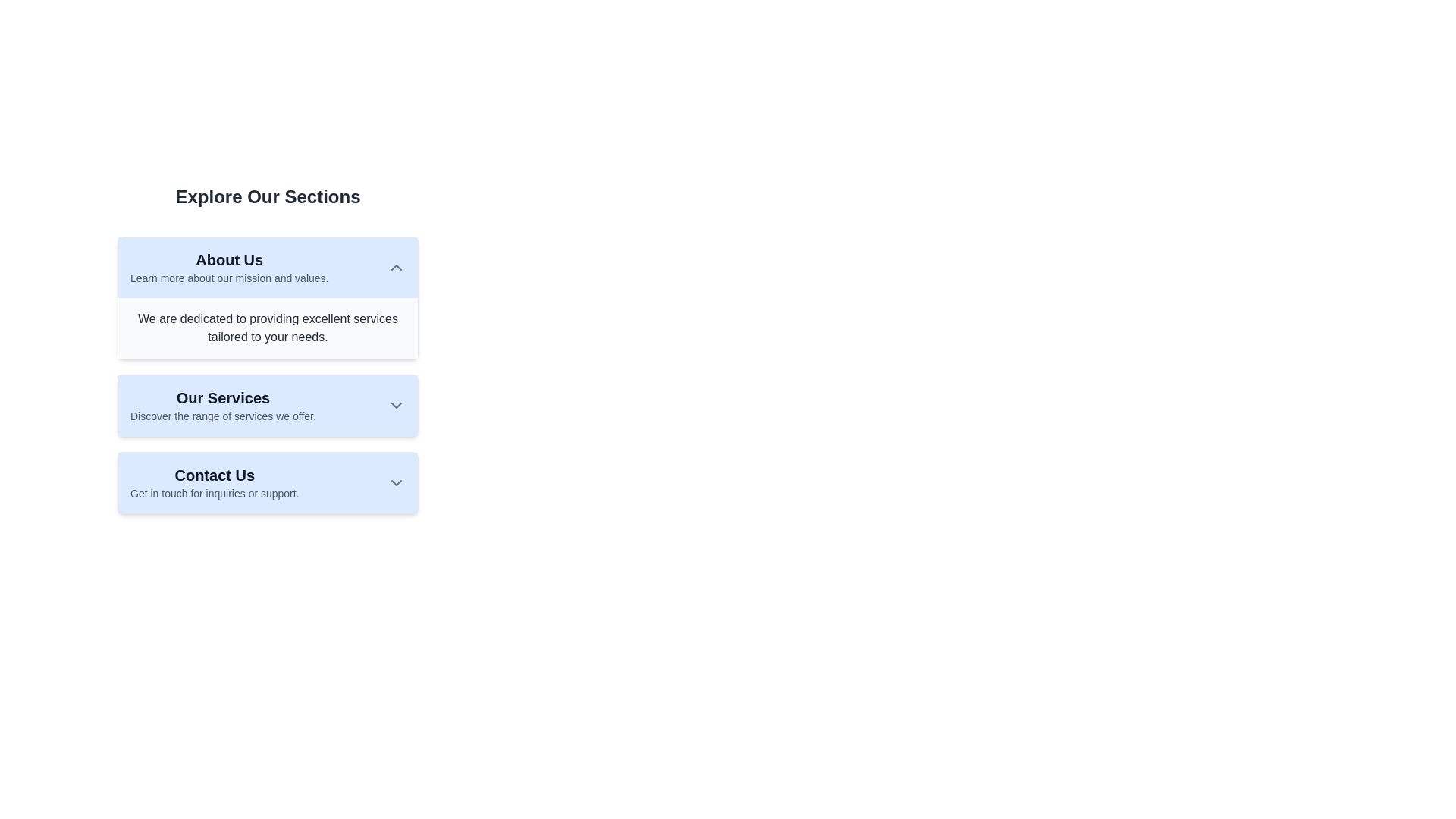 The width and height of the screenshot is (1456, 819). Describe the element at coordinates (268, 405) in the screenshot. I see `the 'Our Services' collapsible section header, which has a light blue background and contains bold black text` at that location.